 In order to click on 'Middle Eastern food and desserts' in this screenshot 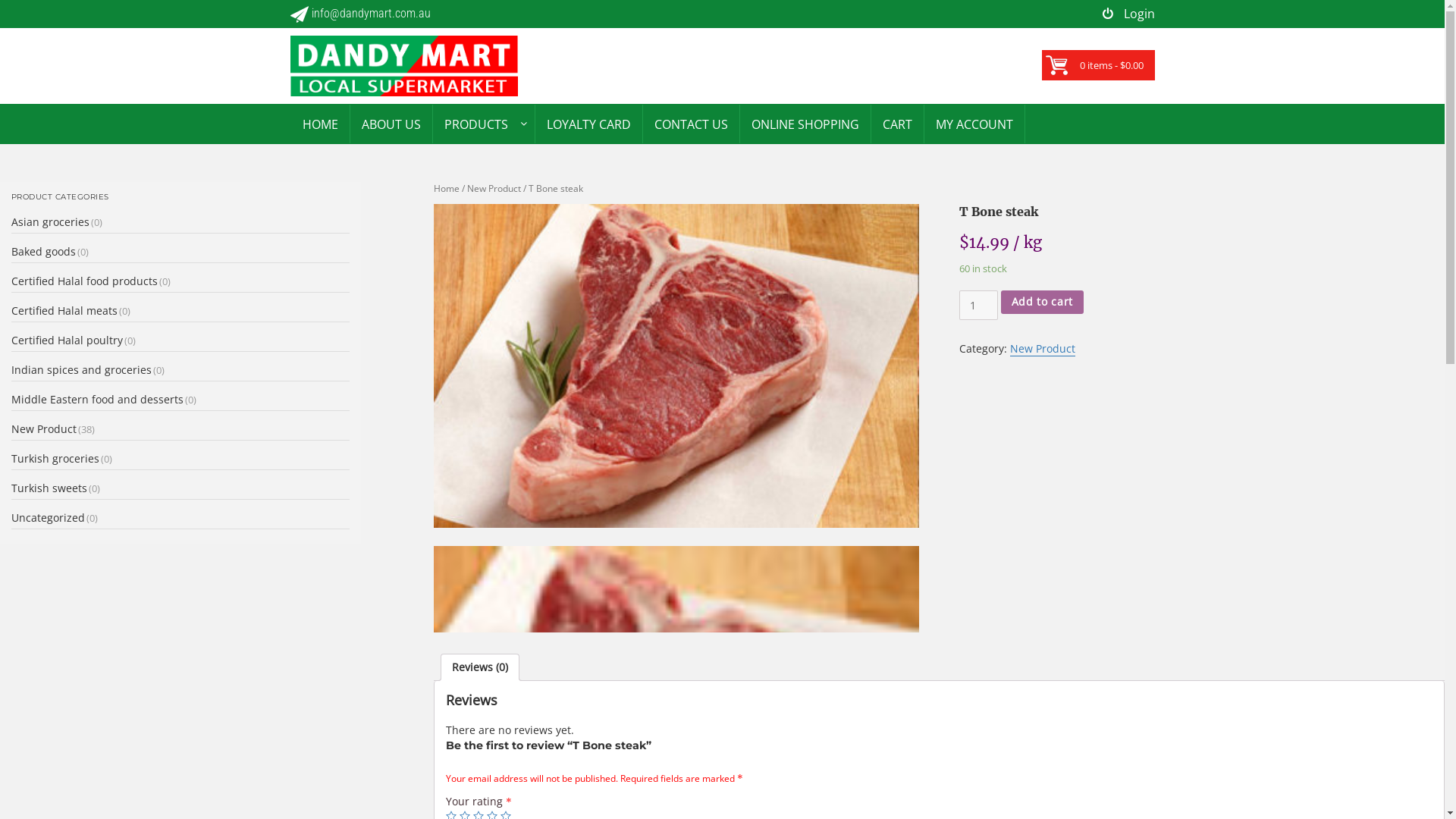, I will do `click(96, 398)`.